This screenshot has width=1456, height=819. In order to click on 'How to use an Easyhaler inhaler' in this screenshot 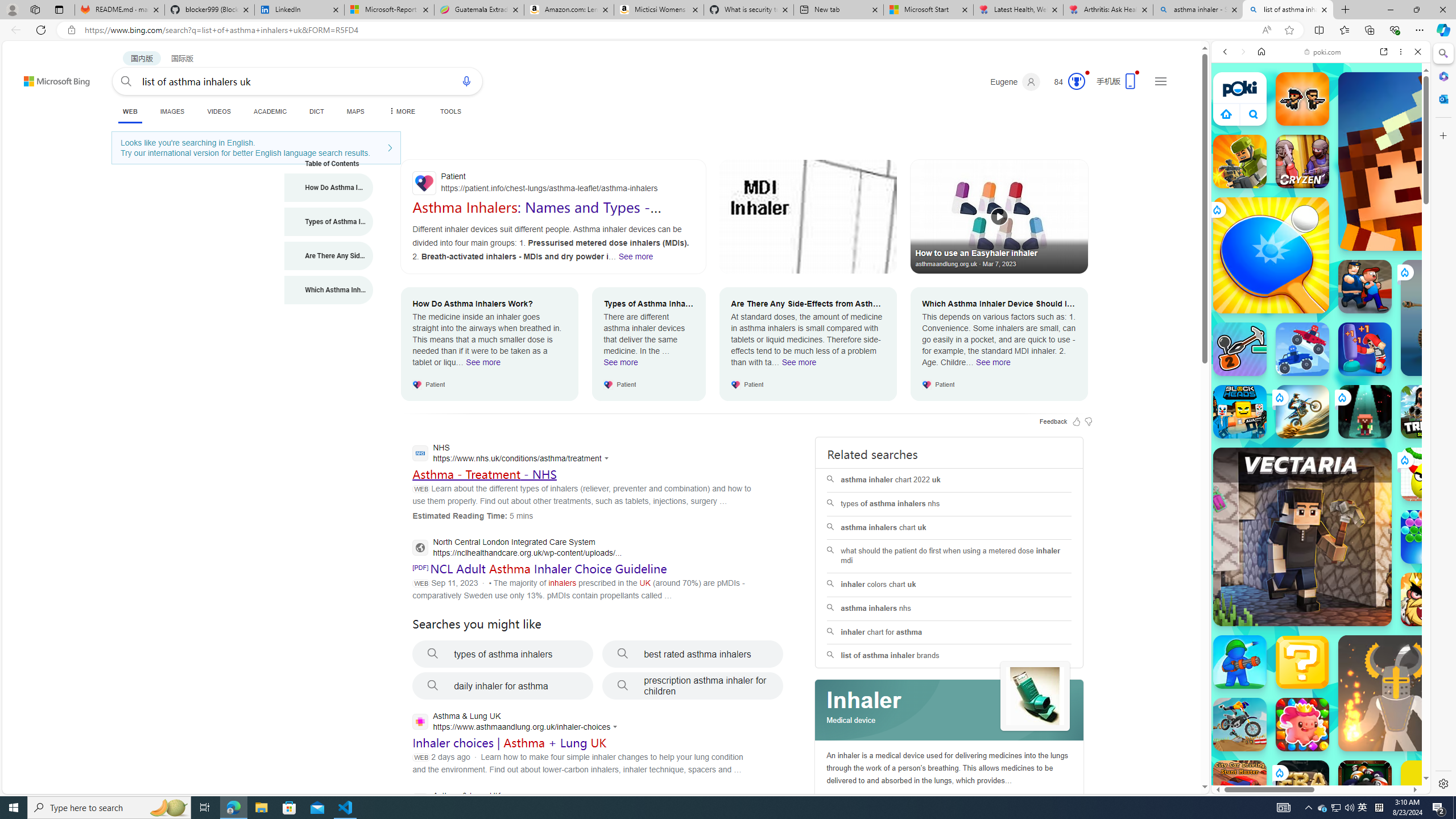, I will do `click(999, 216)`.